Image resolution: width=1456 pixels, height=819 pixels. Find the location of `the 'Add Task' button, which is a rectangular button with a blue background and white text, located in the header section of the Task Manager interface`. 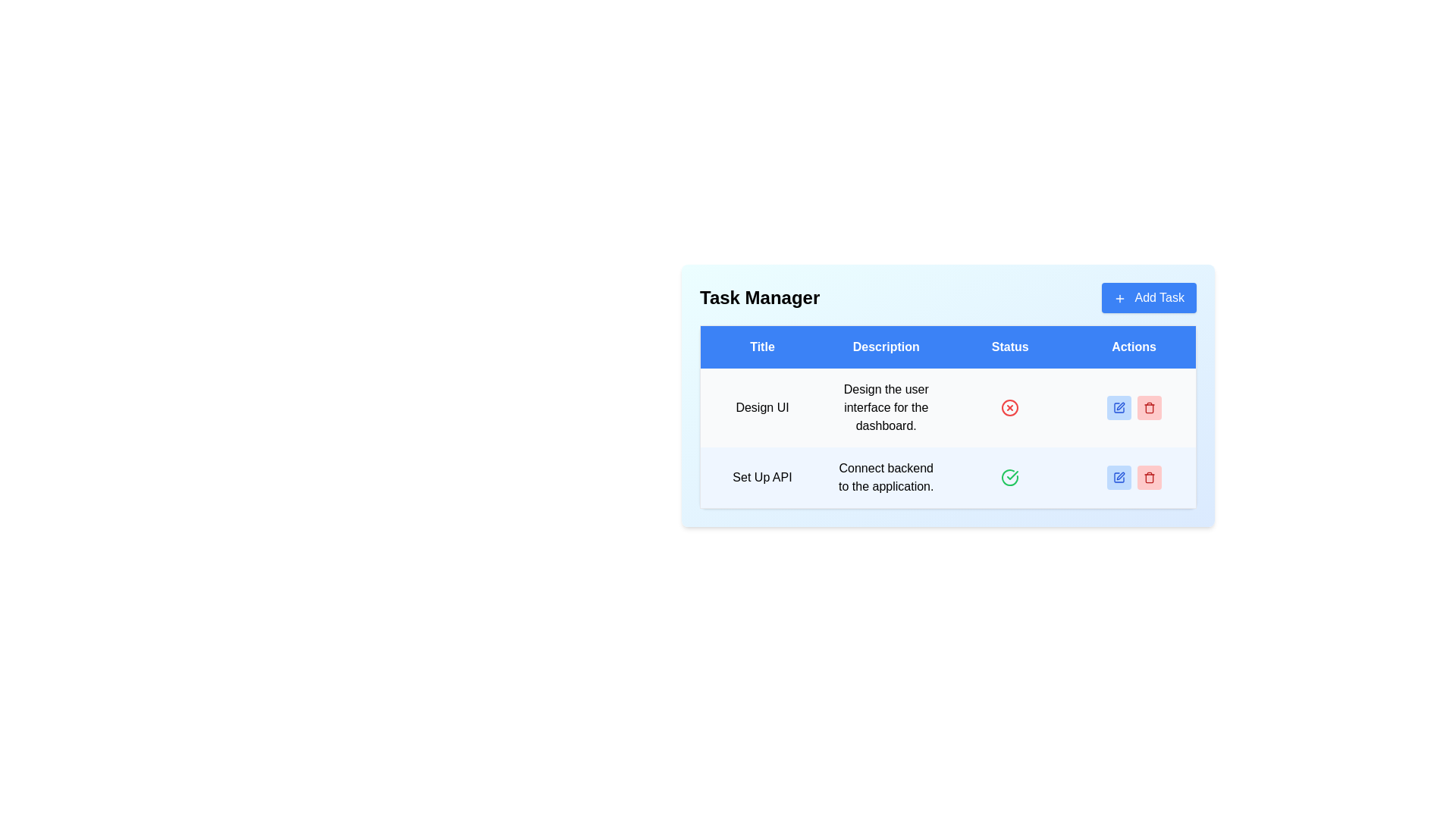

the 'Add Task' button, which is a rectangular button with a blue background and white text, located in the header section of the Task Manager interface is located at coordinates (1149, 298).